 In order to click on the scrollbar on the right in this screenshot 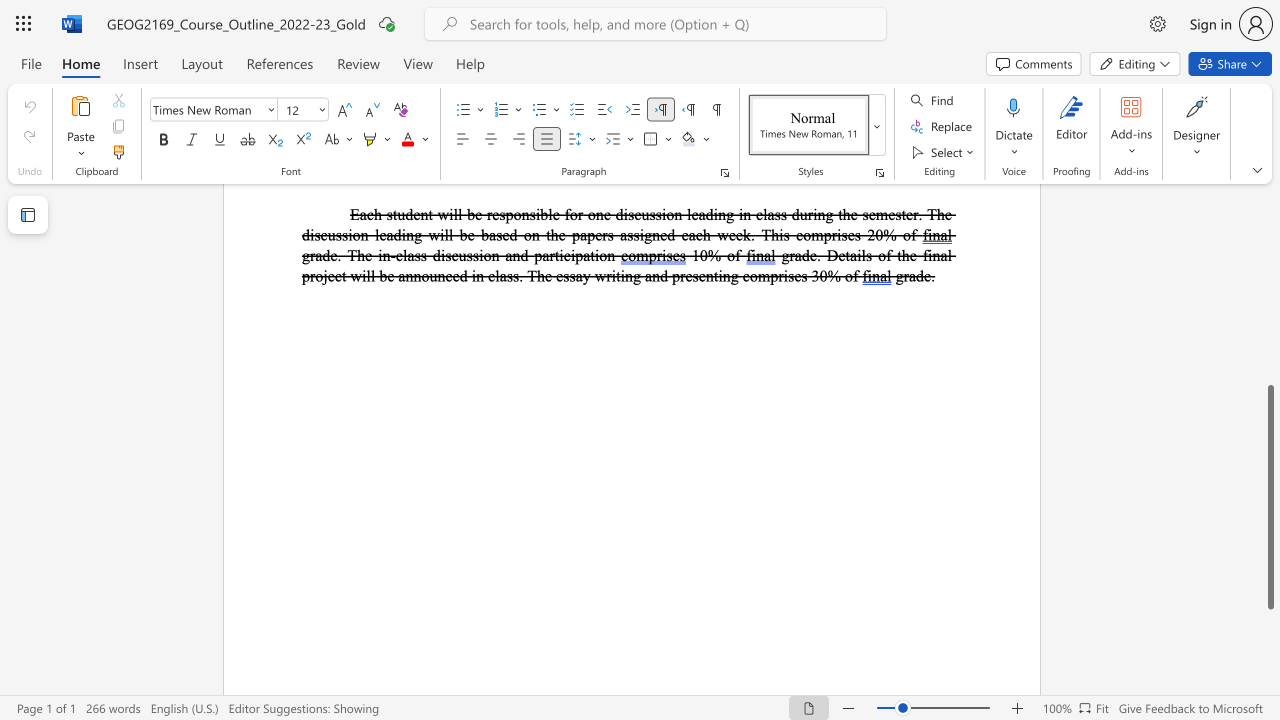, I will do `click(1269, 228)`.